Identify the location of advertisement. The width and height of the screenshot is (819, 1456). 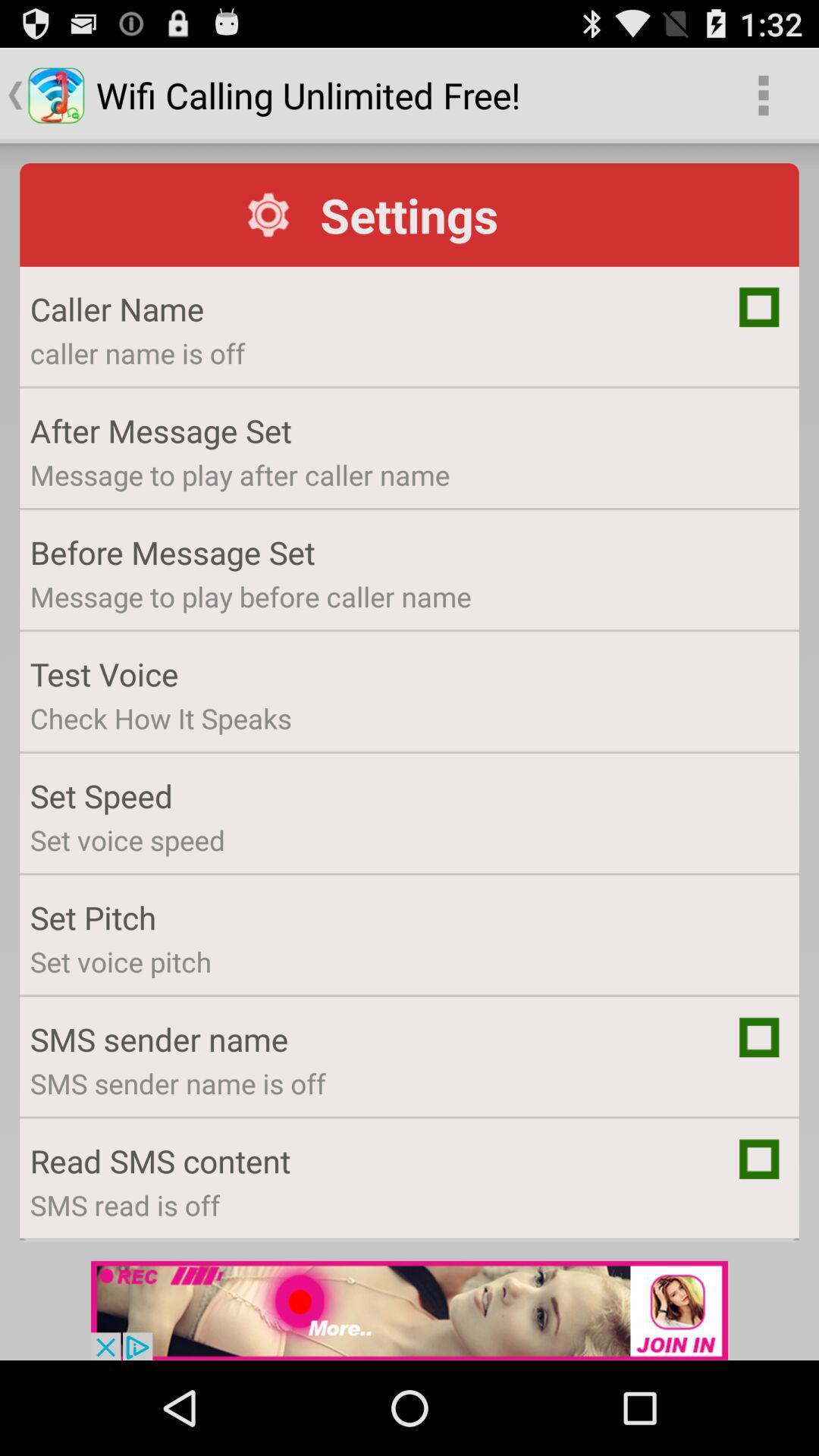
(409, 1310).